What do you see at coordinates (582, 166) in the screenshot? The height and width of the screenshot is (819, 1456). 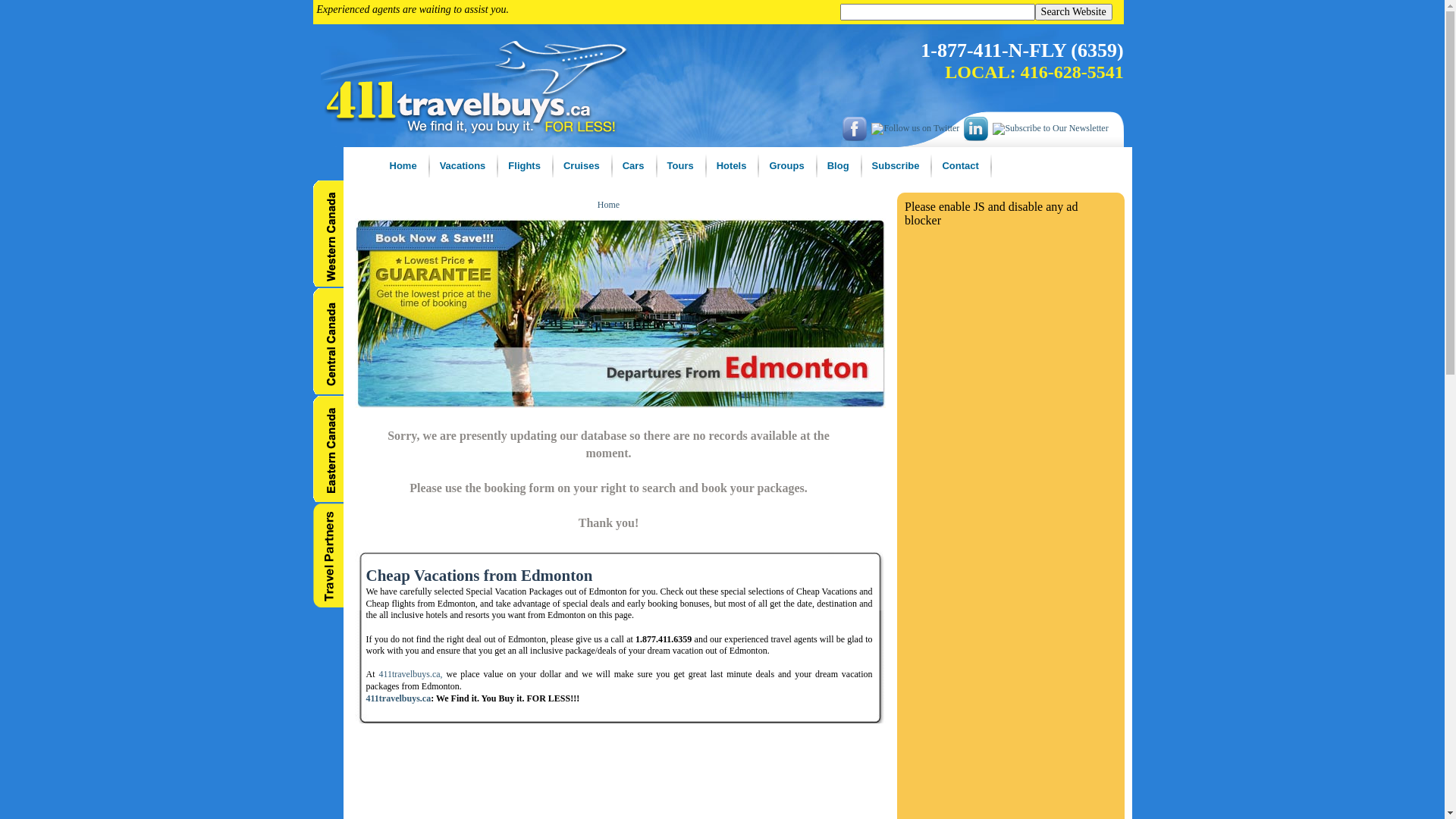 I see `'Cruises'` at bounding box center [582, 166].